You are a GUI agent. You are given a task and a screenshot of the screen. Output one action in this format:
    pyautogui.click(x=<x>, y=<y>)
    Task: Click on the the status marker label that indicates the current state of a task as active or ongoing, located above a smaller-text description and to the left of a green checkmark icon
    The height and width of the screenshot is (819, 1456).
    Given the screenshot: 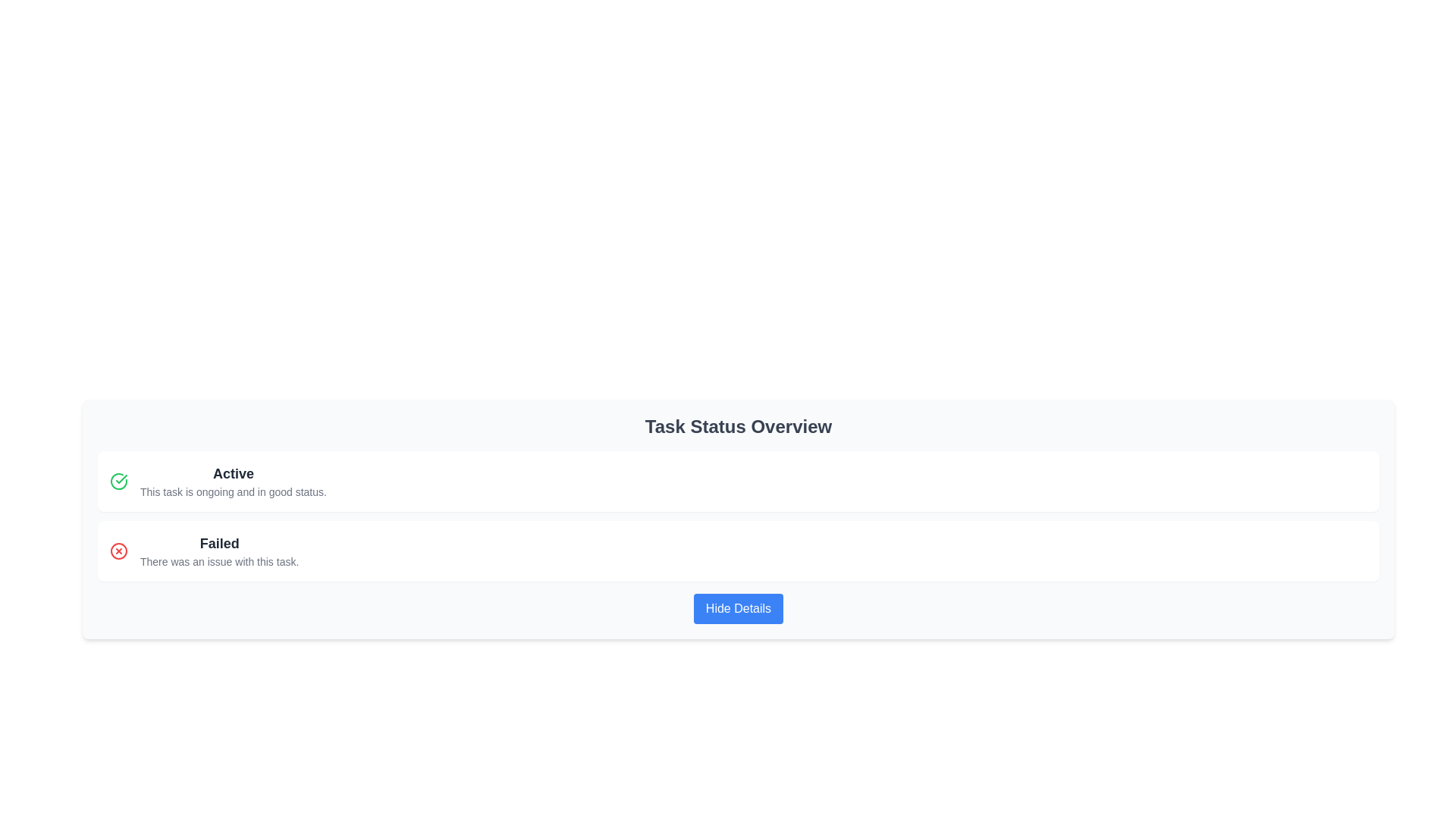 What is the action you would take?
    pyautogui.click(x=232, y=472)
    